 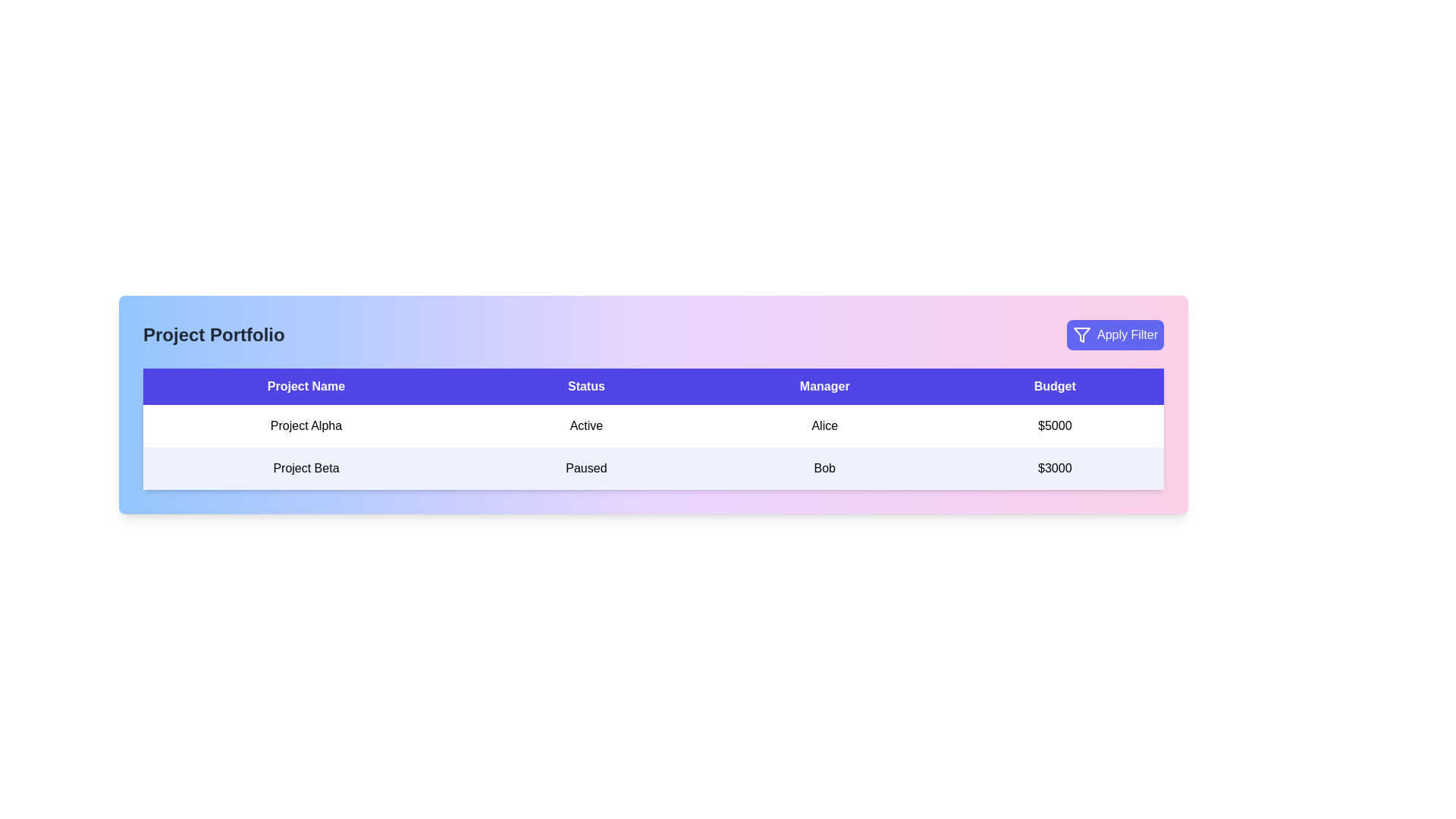 What do you see at coordinates (654, 426) in the screenshot?
I see `the first row of the data table that displays project information` at bounding box center [654, 426].